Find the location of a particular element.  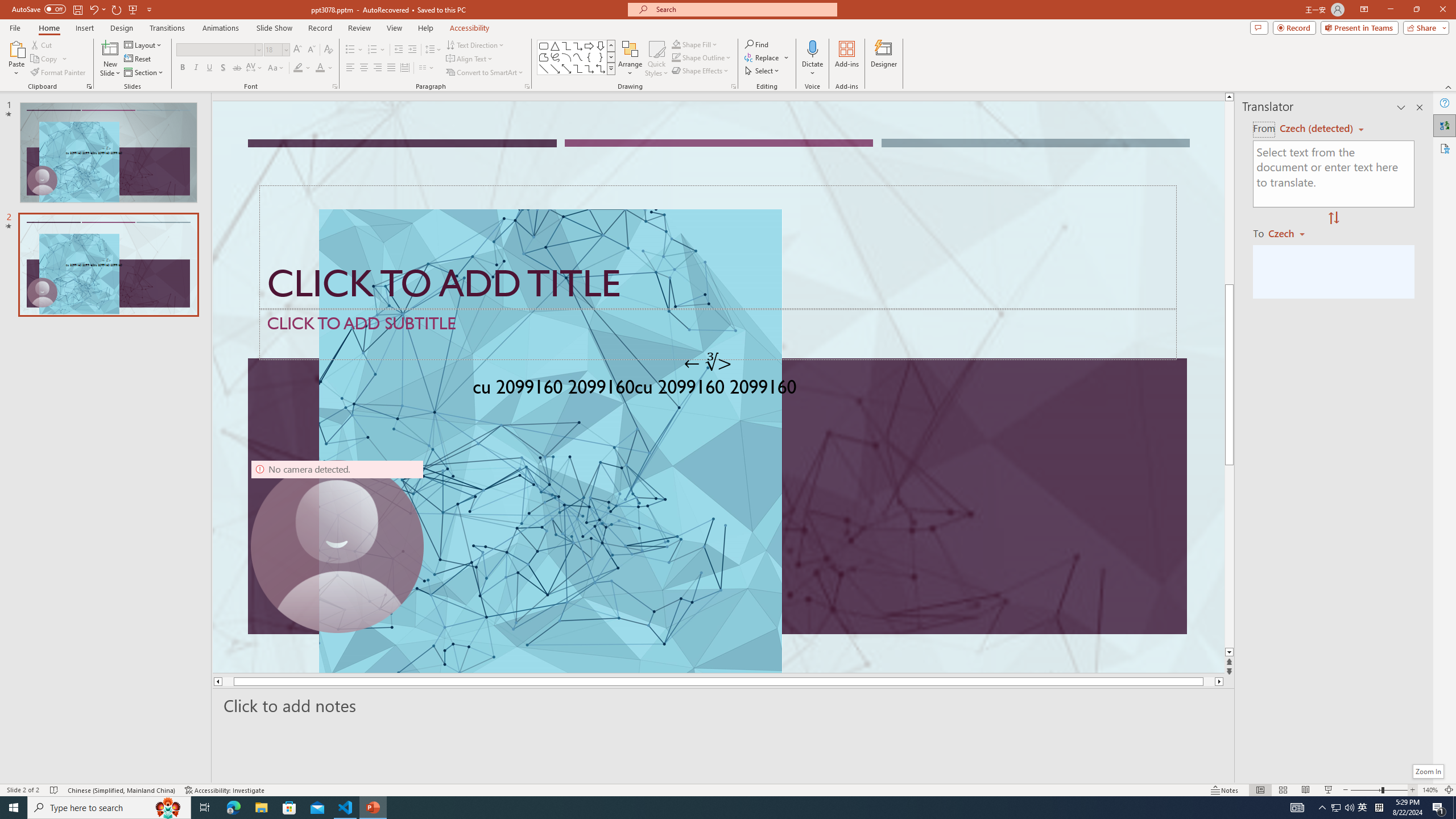

'Line Arrow: Double' is located at coordinates (565, 68).